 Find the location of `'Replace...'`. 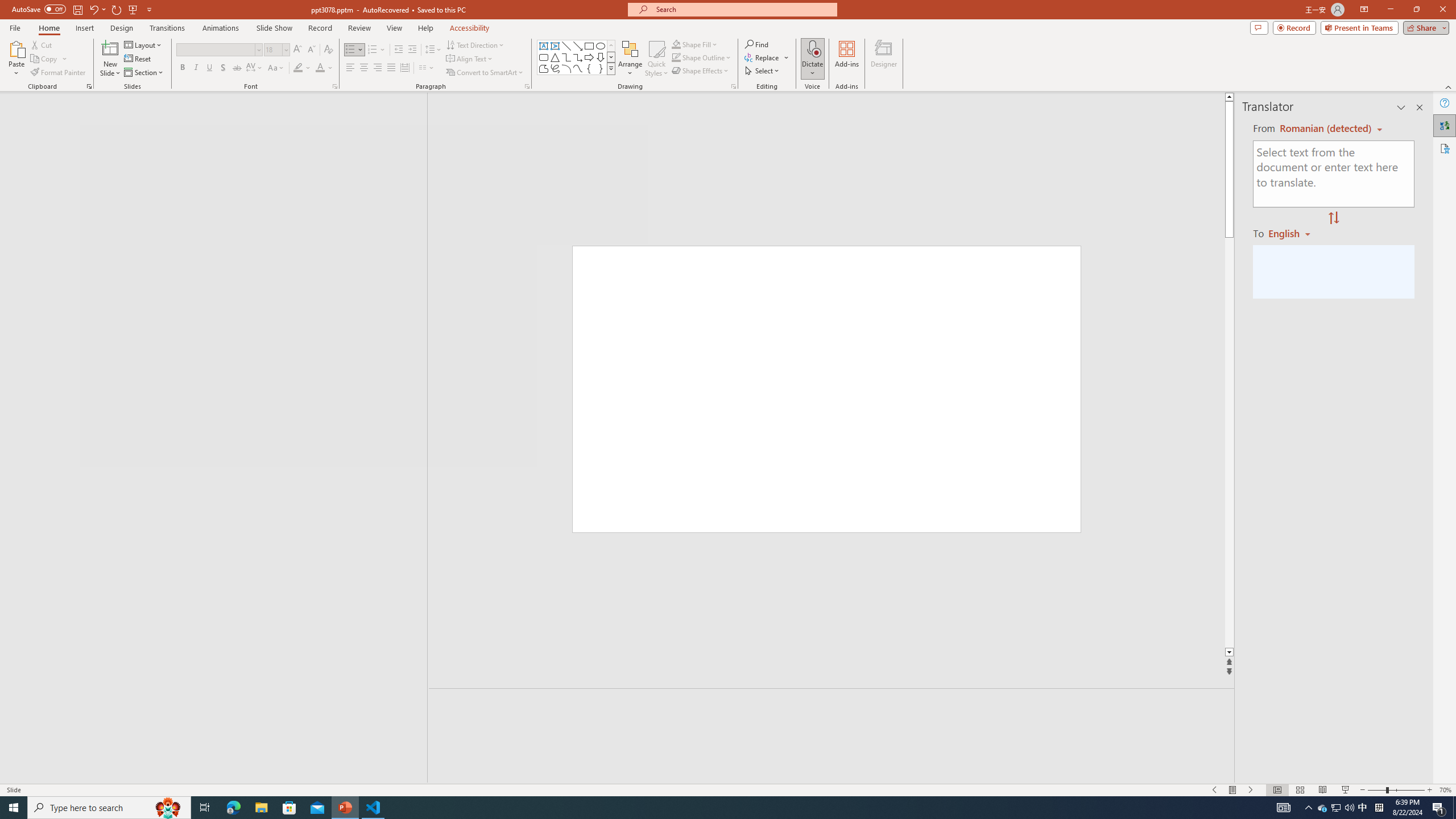

'Replace...' is located at coordinates (767, 56).